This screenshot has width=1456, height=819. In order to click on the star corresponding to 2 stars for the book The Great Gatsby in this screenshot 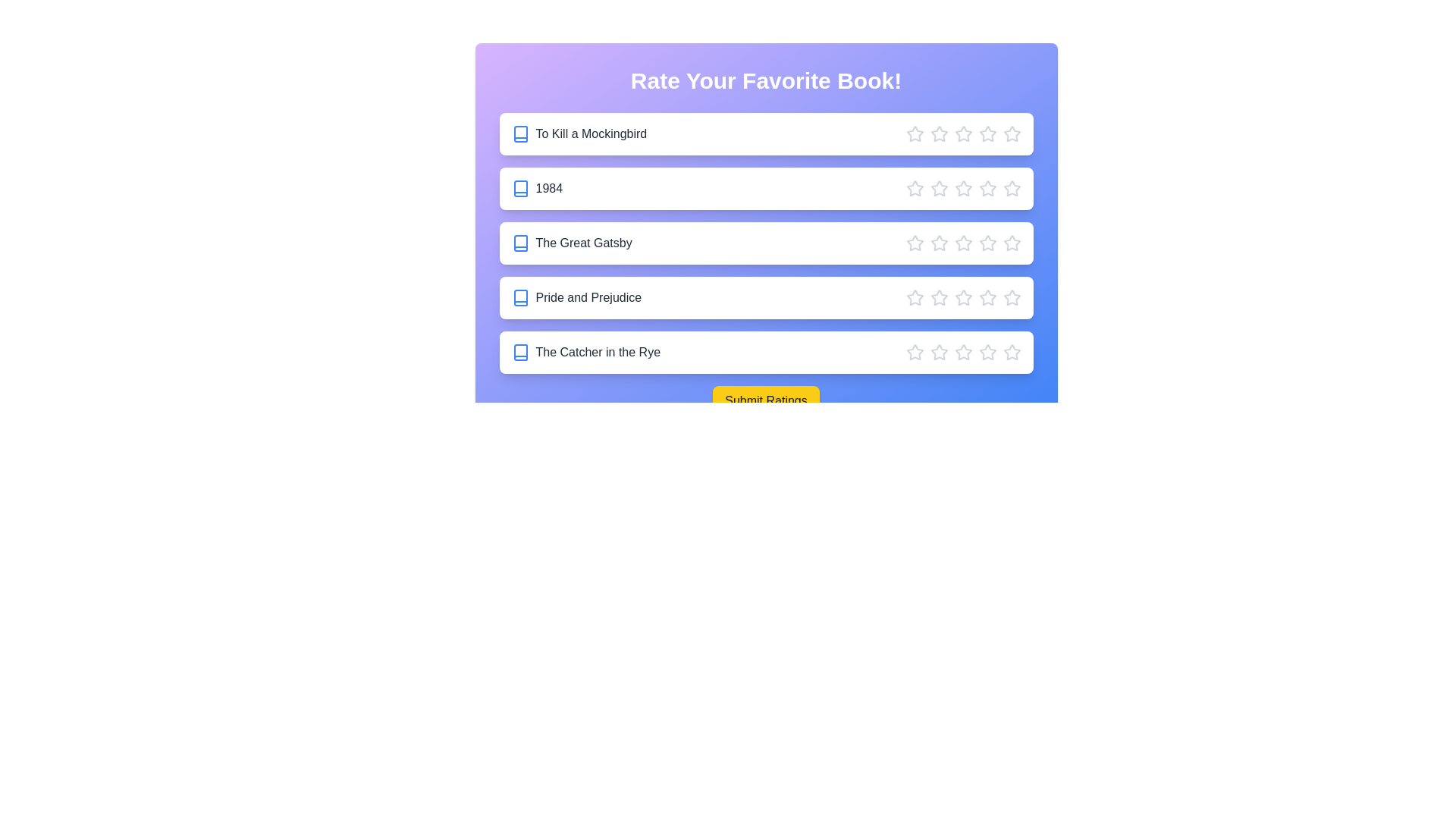, I will do `click(938, 242)`.